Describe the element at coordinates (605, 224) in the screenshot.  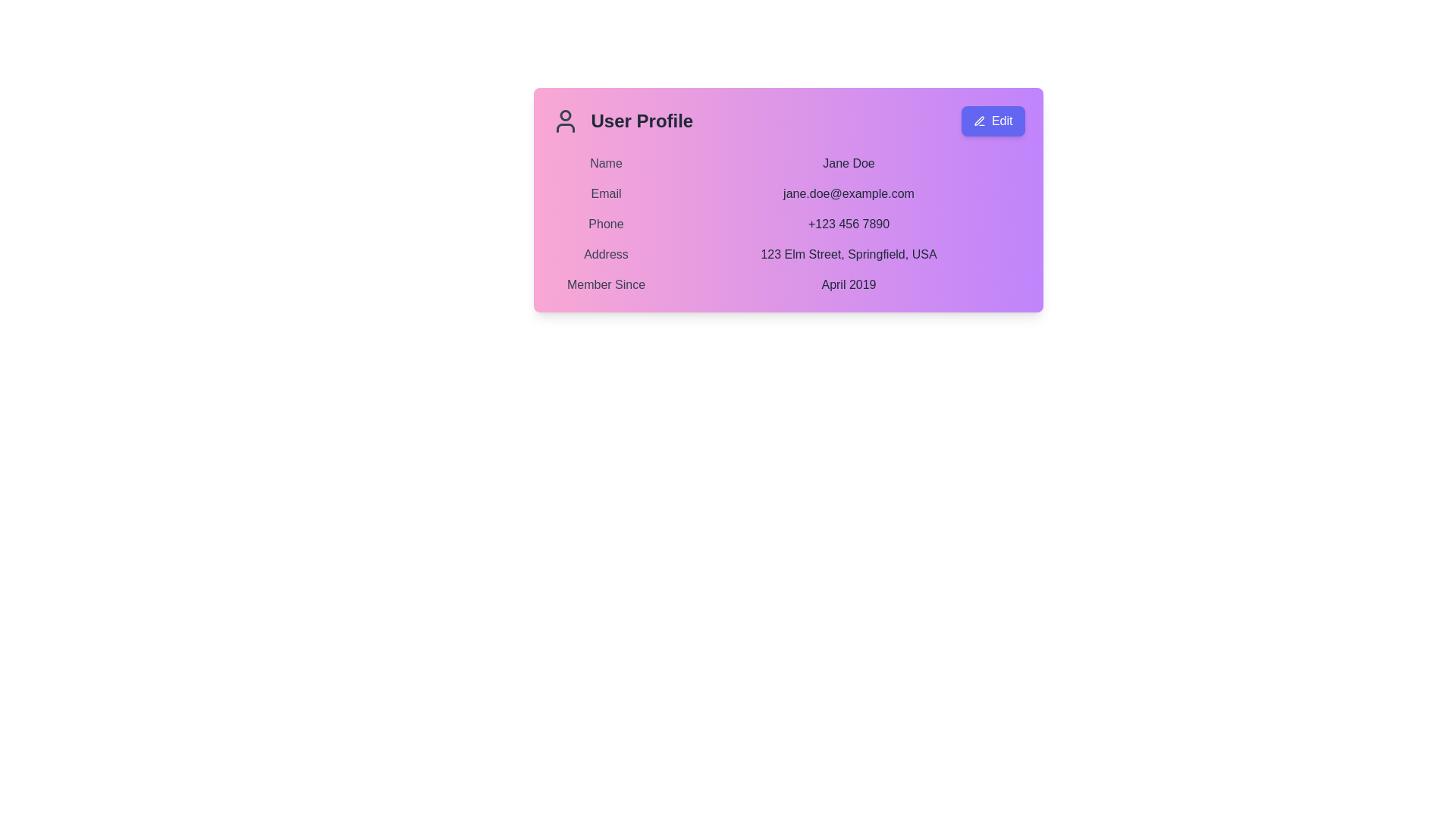
I see `the static text label that identifies the phone number in the profile card's grid, located in the third row and aligned to the left` at that location.